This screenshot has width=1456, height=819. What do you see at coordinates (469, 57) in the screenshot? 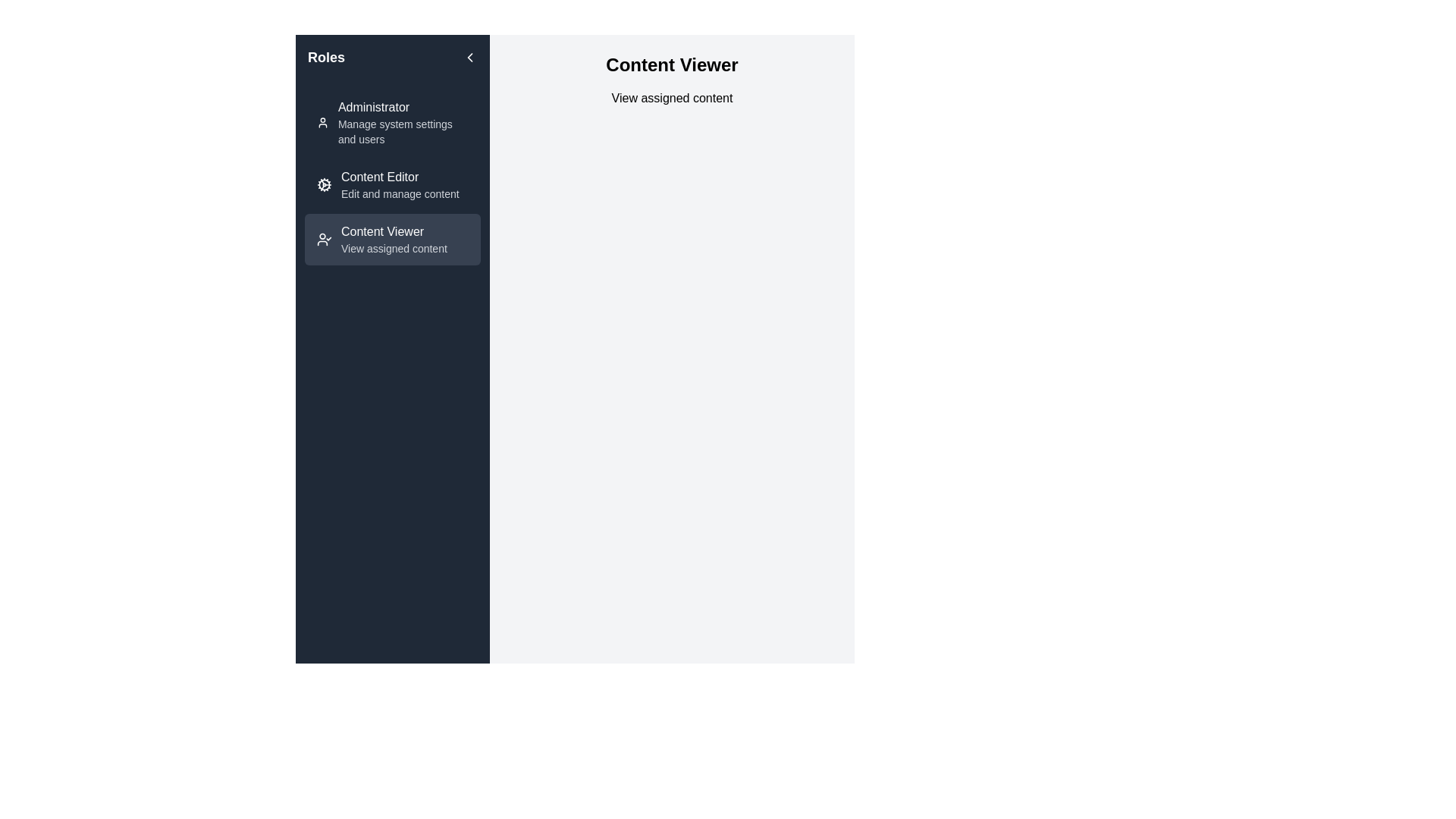
I see `the arrow icon in the upper-right quadrant of the dark-themed sidebar` at bounding box center [469, 57].